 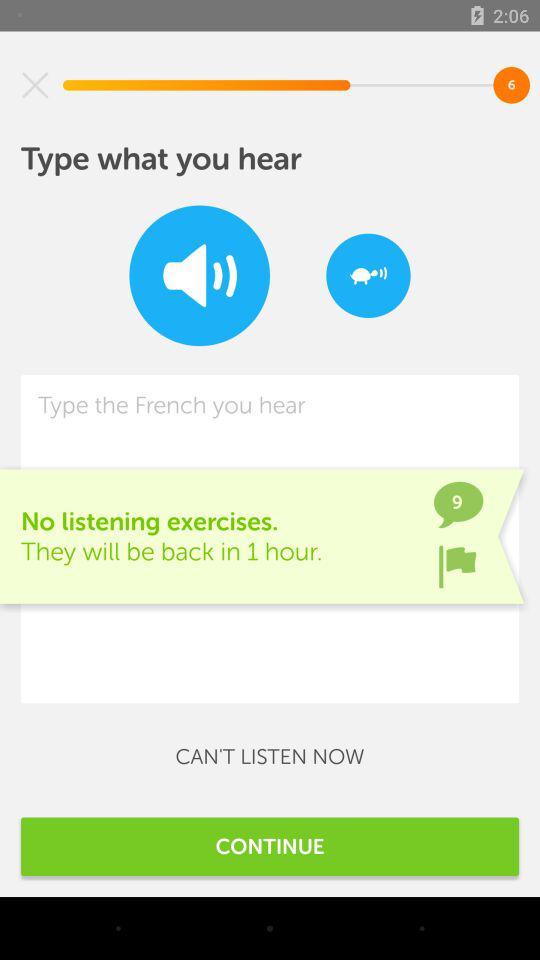 I want to click on the continue item, so click(x=270, y=845).